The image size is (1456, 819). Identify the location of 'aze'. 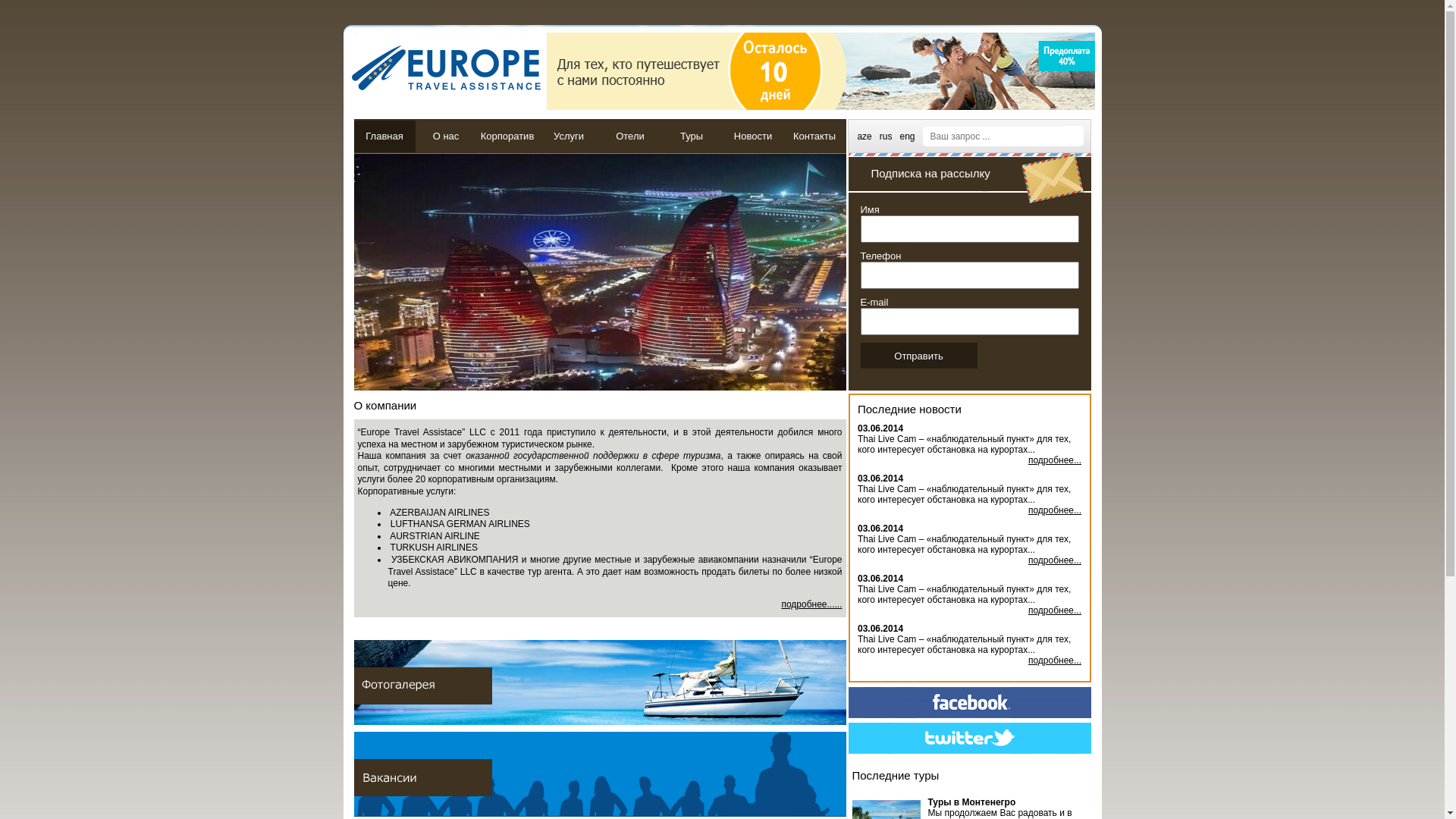
(856, 134).